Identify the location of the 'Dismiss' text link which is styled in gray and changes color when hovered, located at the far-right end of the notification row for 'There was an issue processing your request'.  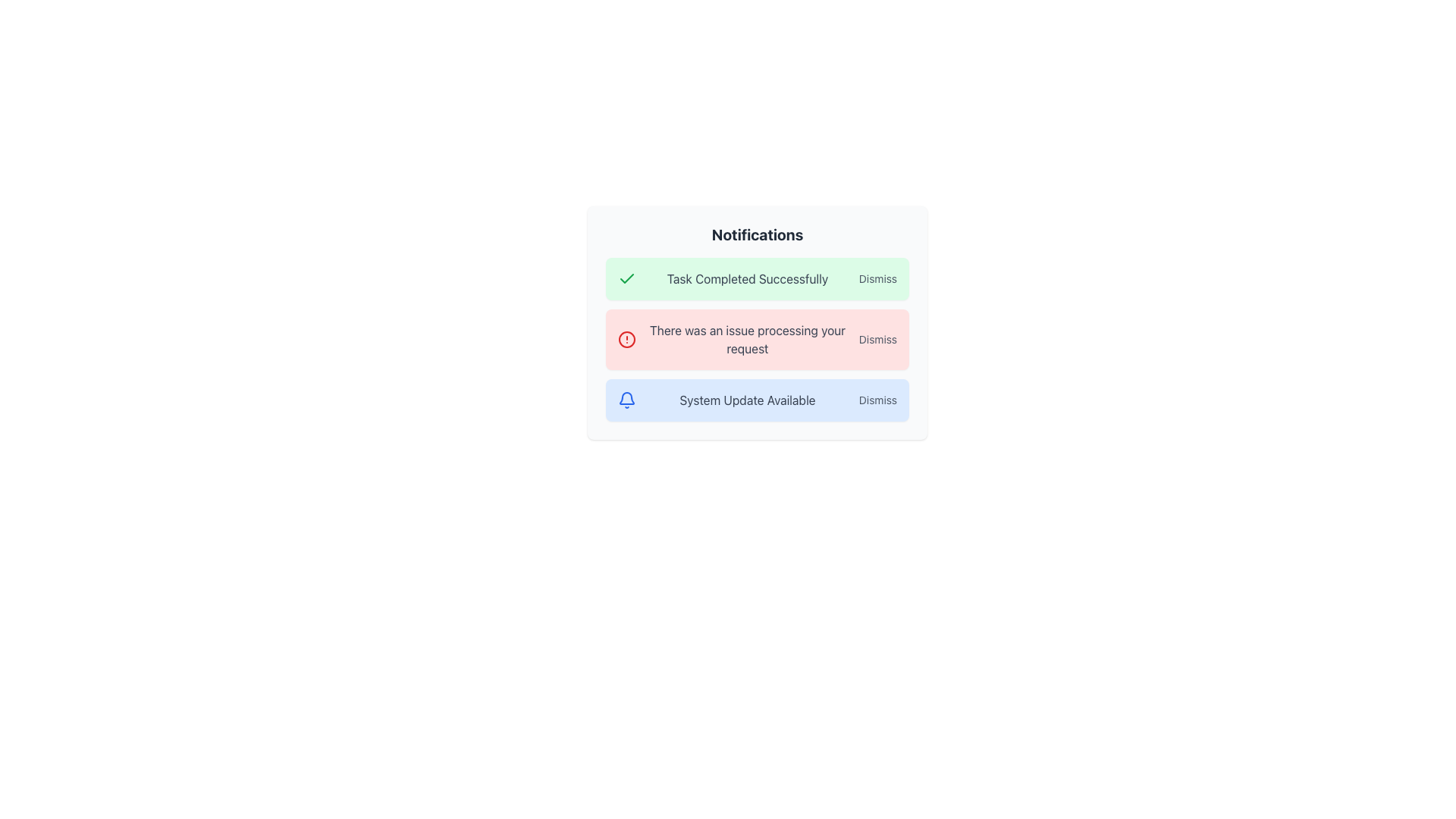
(877, 338).